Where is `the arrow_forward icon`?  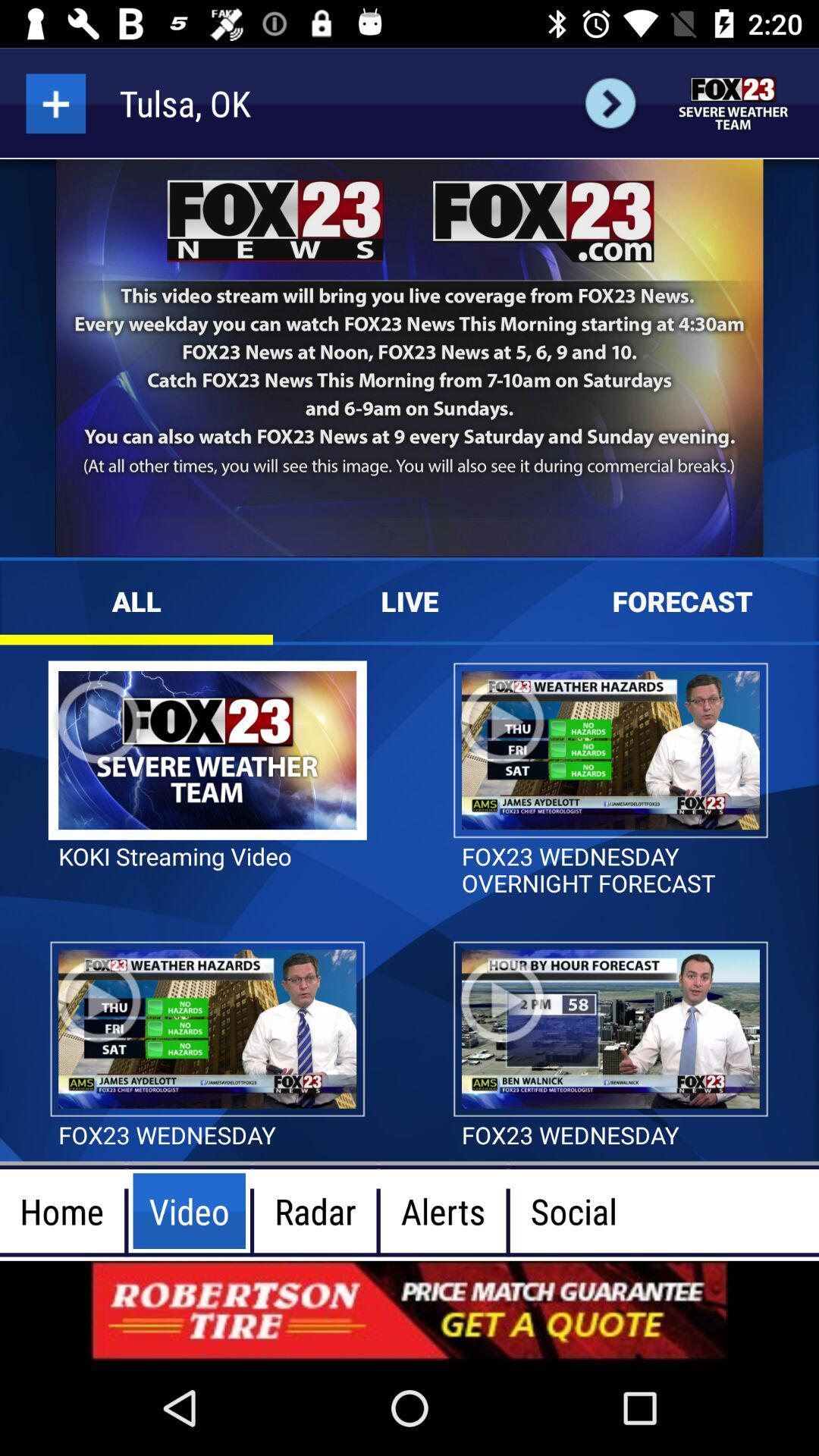
the arrow_forward icon is located at coordinates (610, 102).